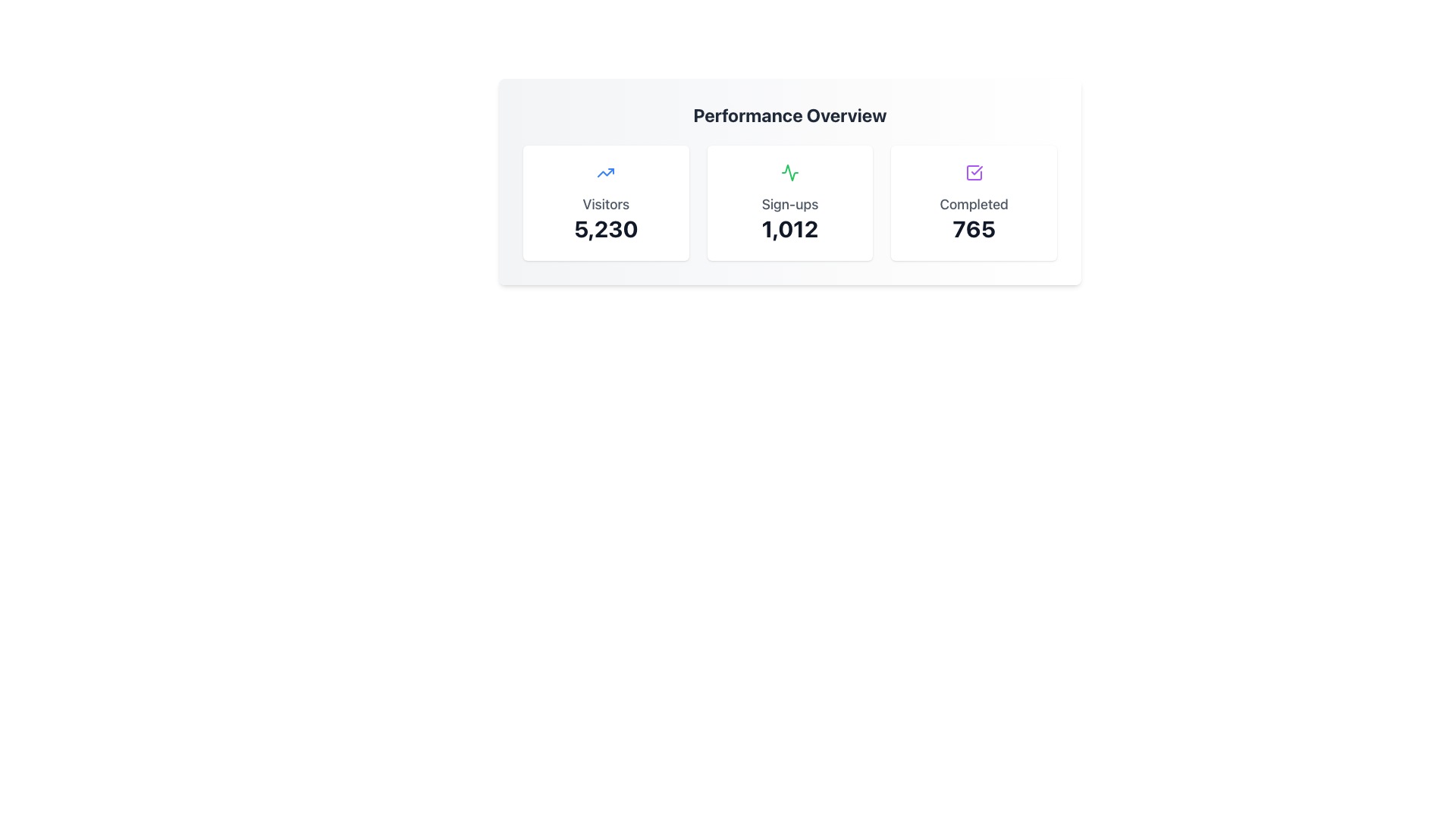  I want to click on the 'Sign-ups' text label, which is styled with a medium-gray font and positioned above the numeric value '1,012' in the central panel of the 'Performance Overview' section, so click(789, 205).